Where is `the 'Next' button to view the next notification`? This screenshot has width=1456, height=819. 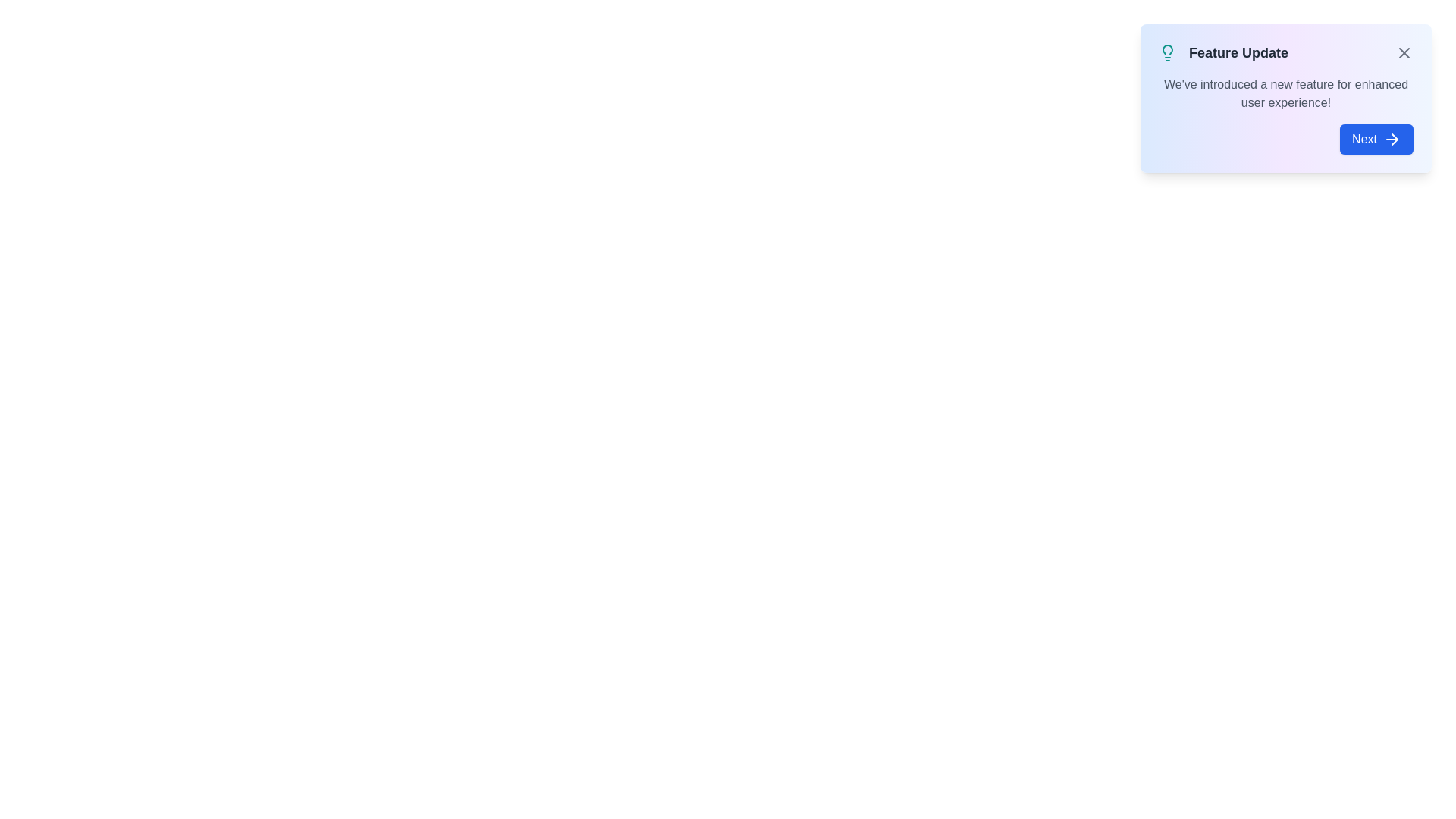 the 'Next' button to view the next notification is located at coordinates (1376, 140).